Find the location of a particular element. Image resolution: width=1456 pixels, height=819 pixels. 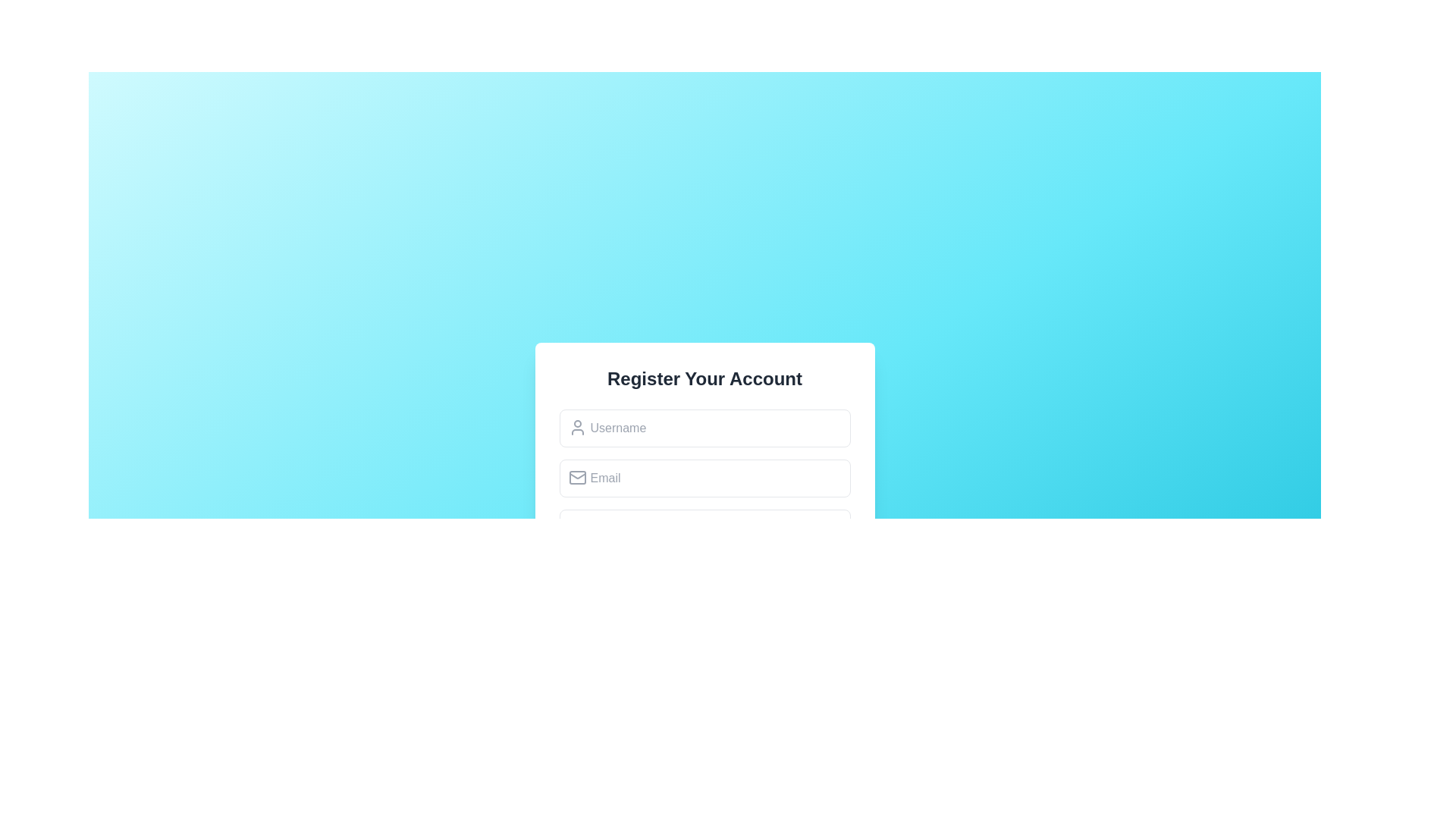

the second input field for email address in the registration form to focus and type is located at coordinates (704, 482).